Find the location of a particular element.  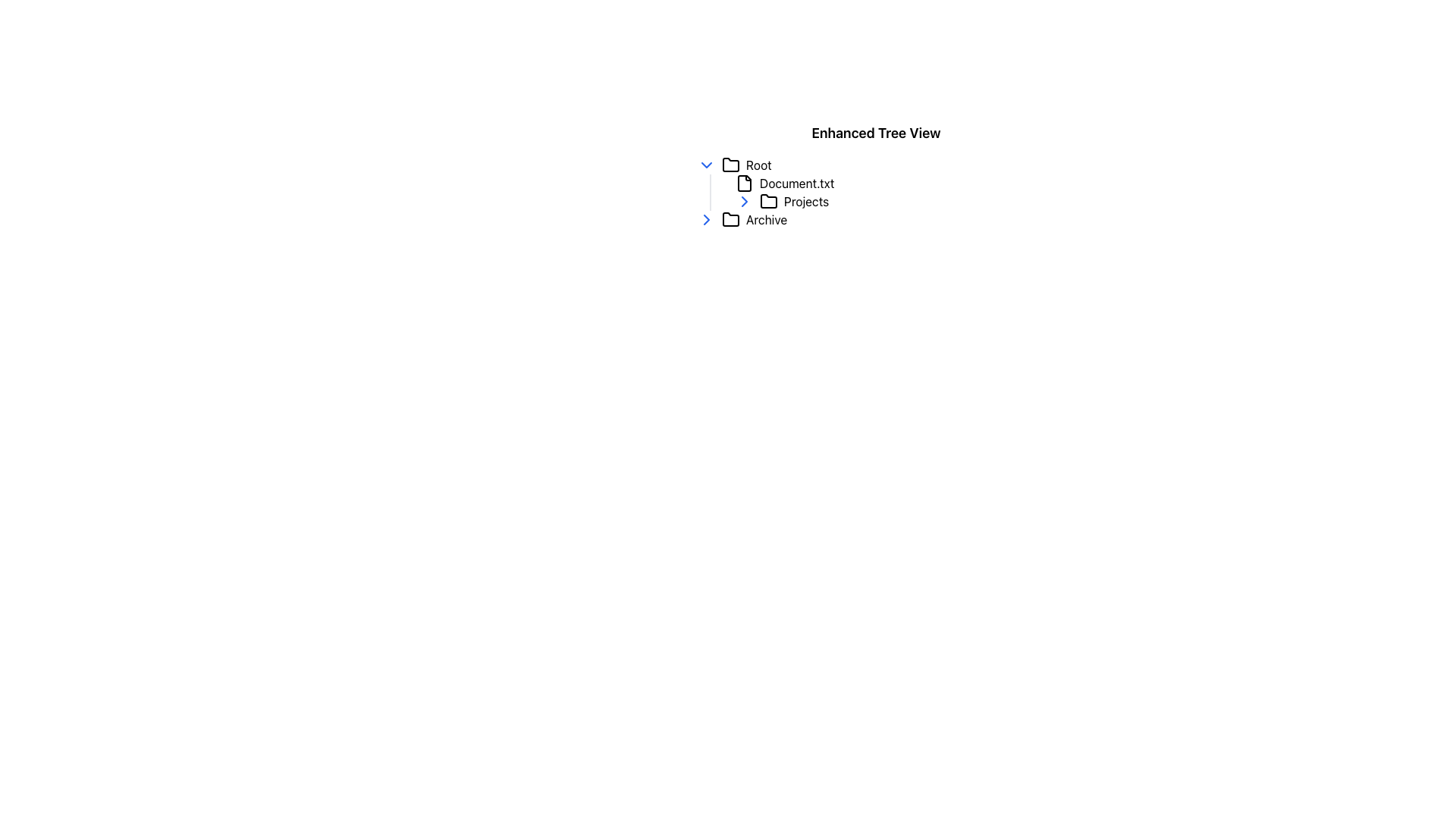

the folder icon representing 'Projects' in the file tree structure, located directly to the left of the text 'Projects' is located at coordinates (768, 200).